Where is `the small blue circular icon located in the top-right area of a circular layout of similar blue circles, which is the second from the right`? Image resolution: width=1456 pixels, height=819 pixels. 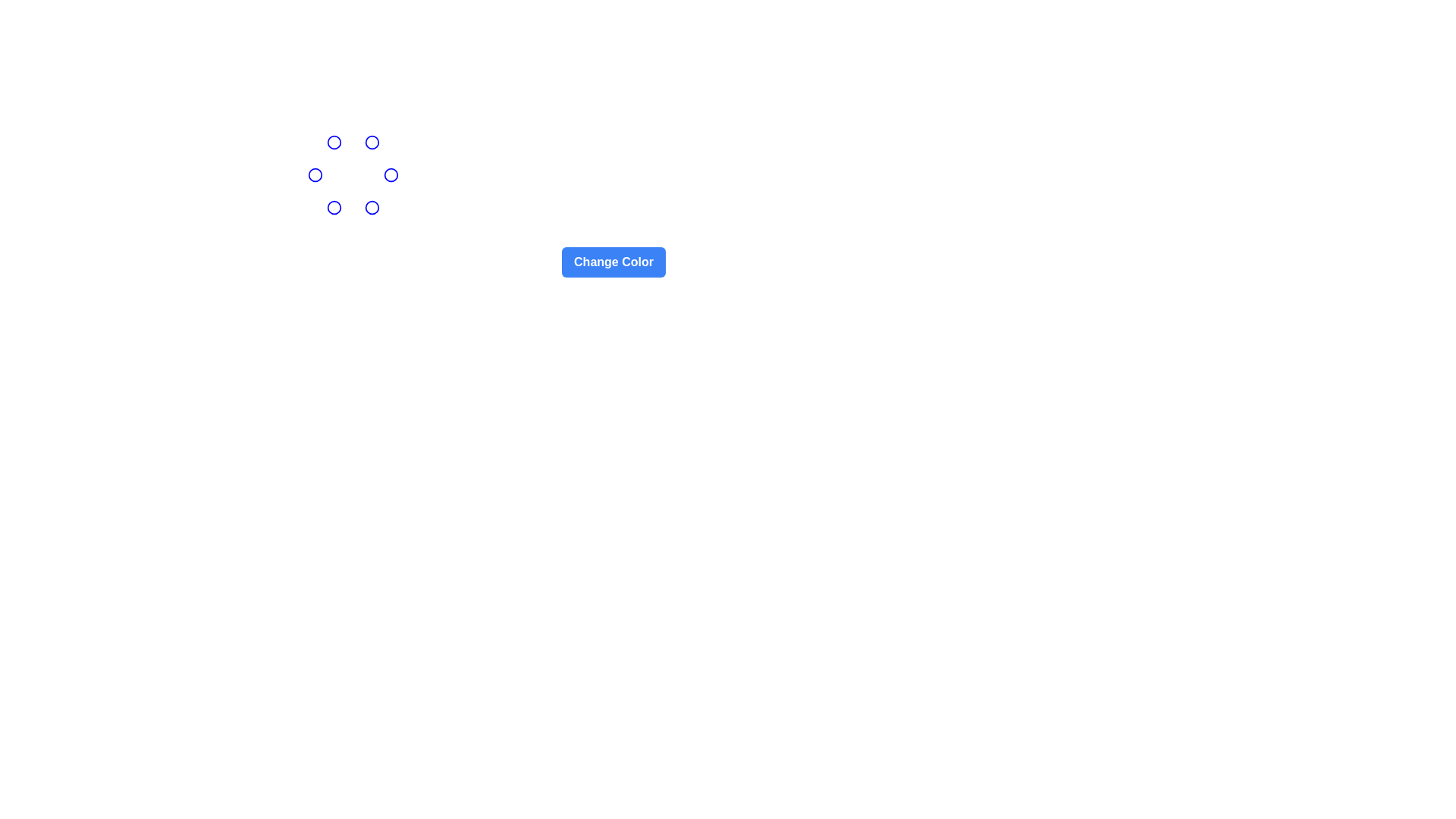
the small blue circular icon located in the top-right area of a circular layout of similar blue circles, which is the second from the right is located at coordinates (391, 174).